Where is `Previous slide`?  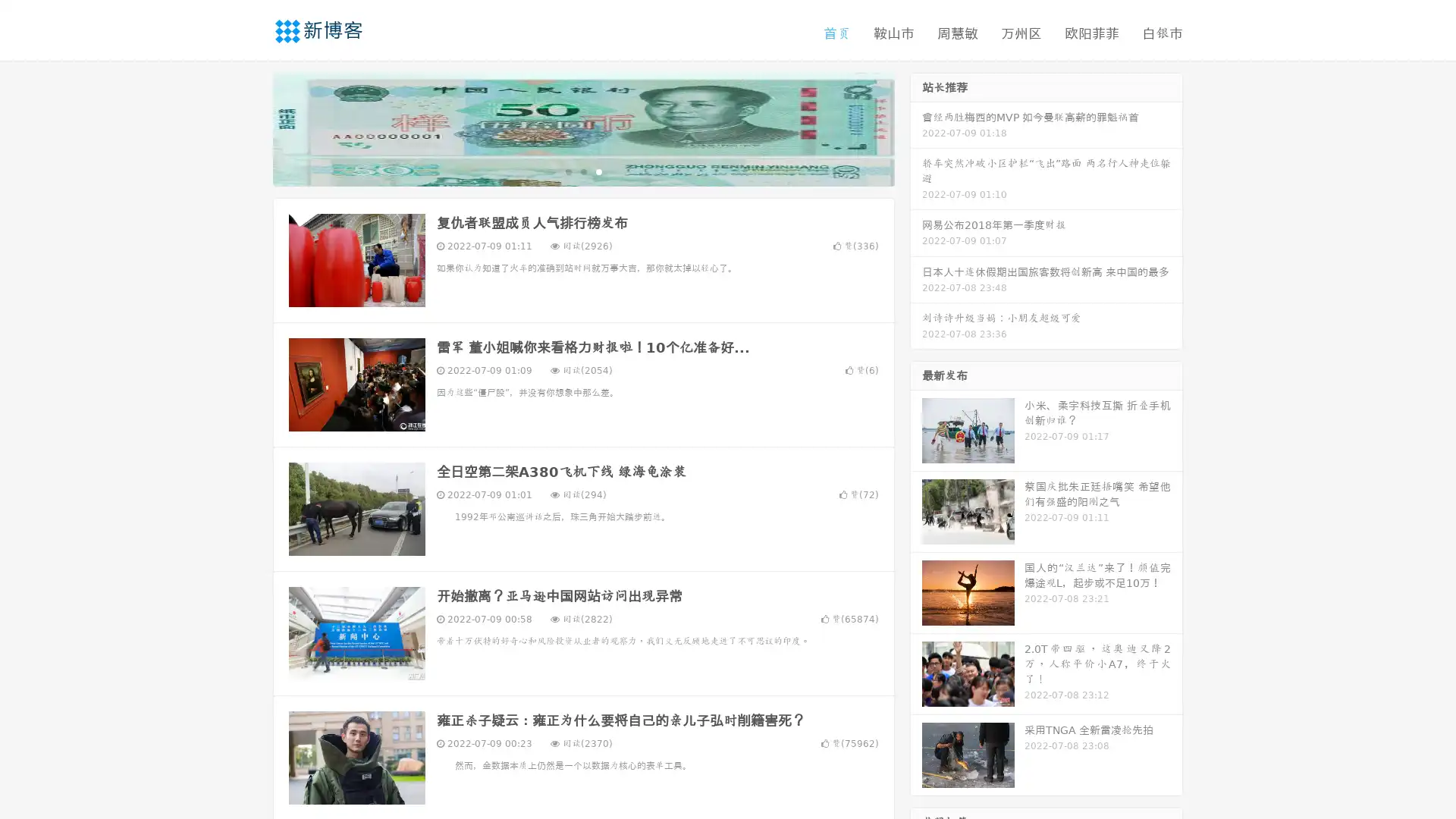
Previous slide is located at coordinates (250, 127).